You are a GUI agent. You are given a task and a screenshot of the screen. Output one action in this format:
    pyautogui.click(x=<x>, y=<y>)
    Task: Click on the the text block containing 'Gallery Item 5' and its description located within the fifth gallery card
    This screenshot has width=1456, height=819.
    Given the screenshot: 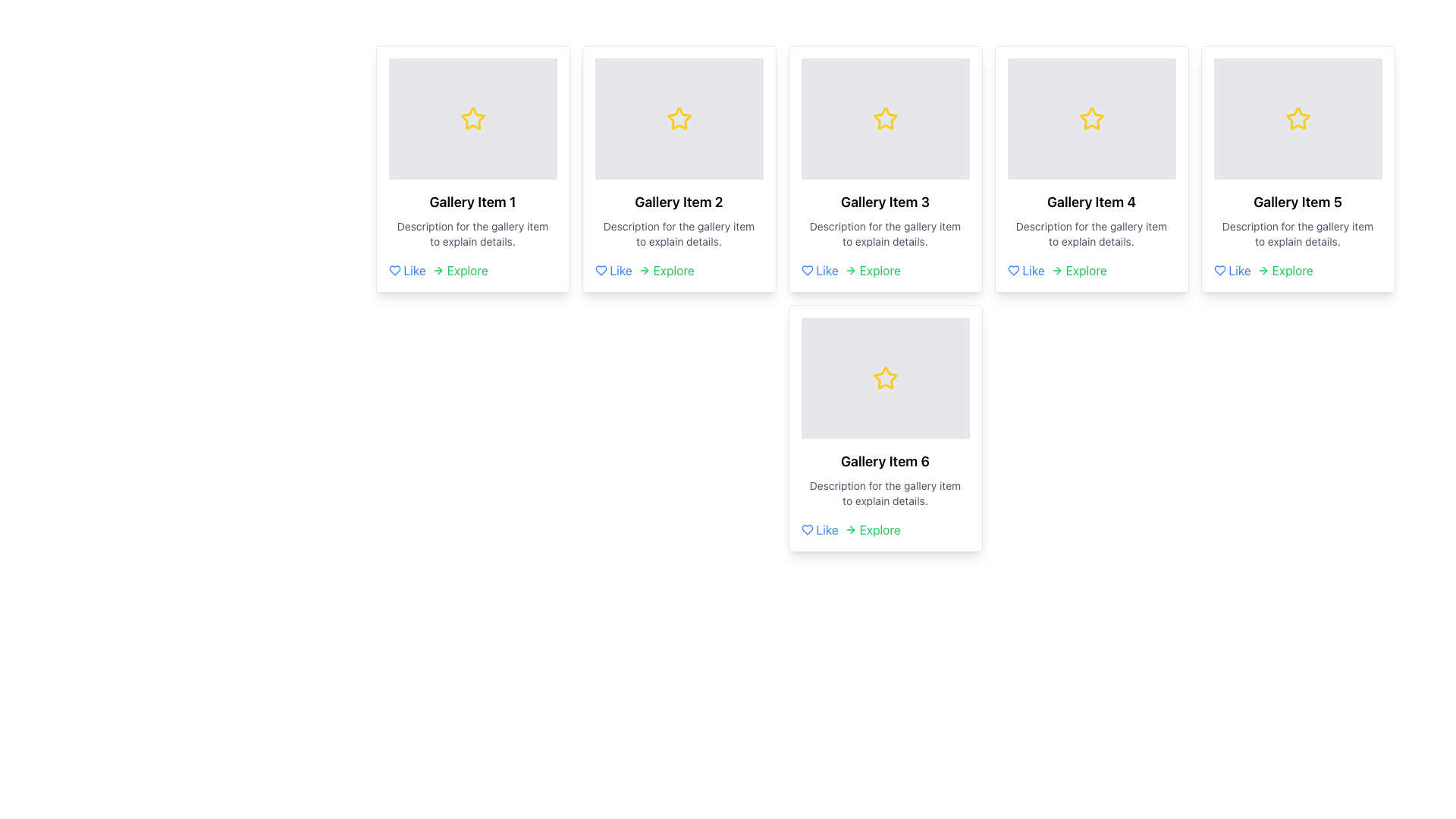 What is the action you would take?
    pyautogui.click(x=1297, y=220)
    